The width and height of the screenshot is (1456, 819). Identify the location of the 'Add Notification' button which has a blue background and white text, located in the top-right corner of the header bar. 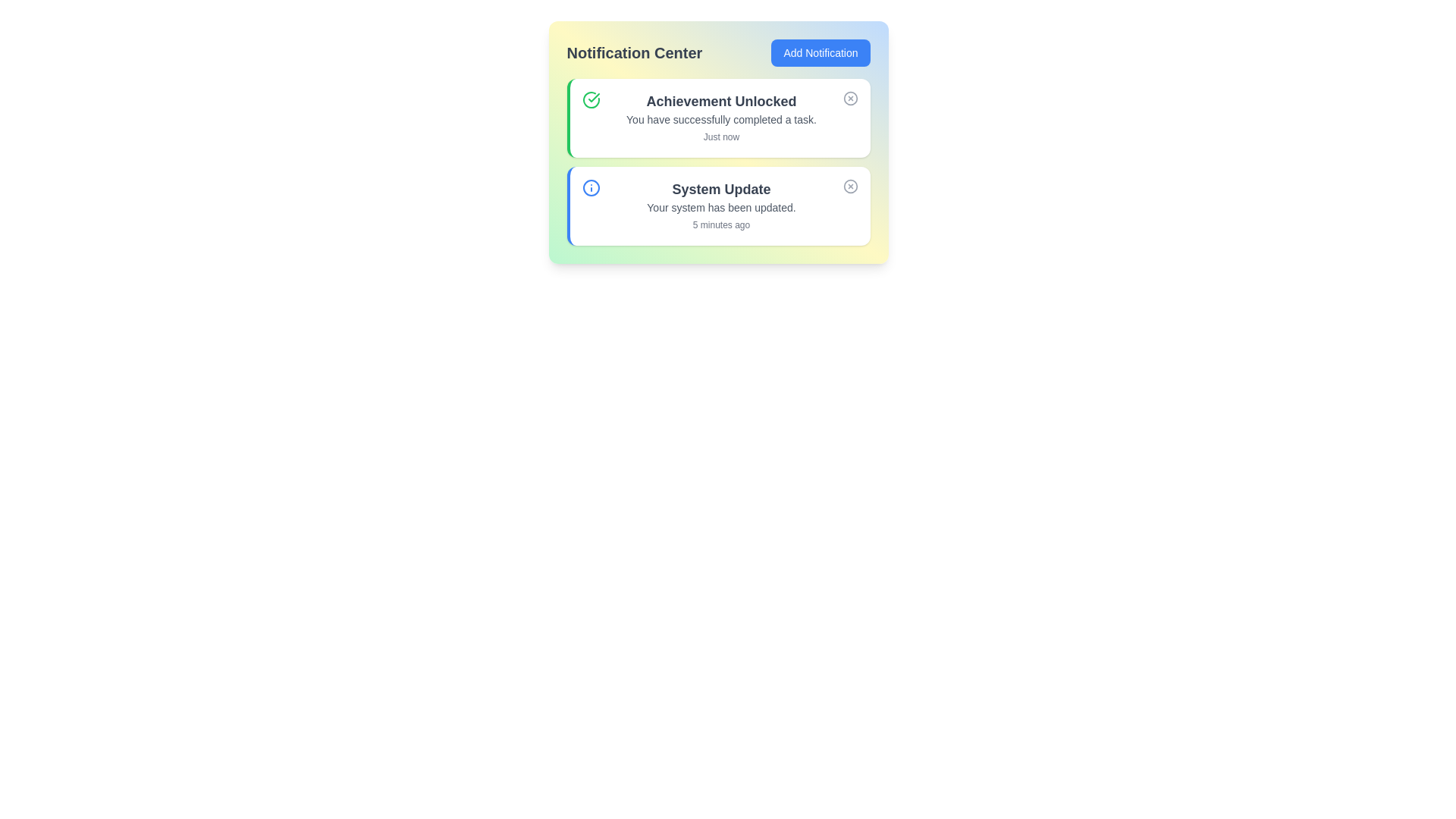
(820, 52).